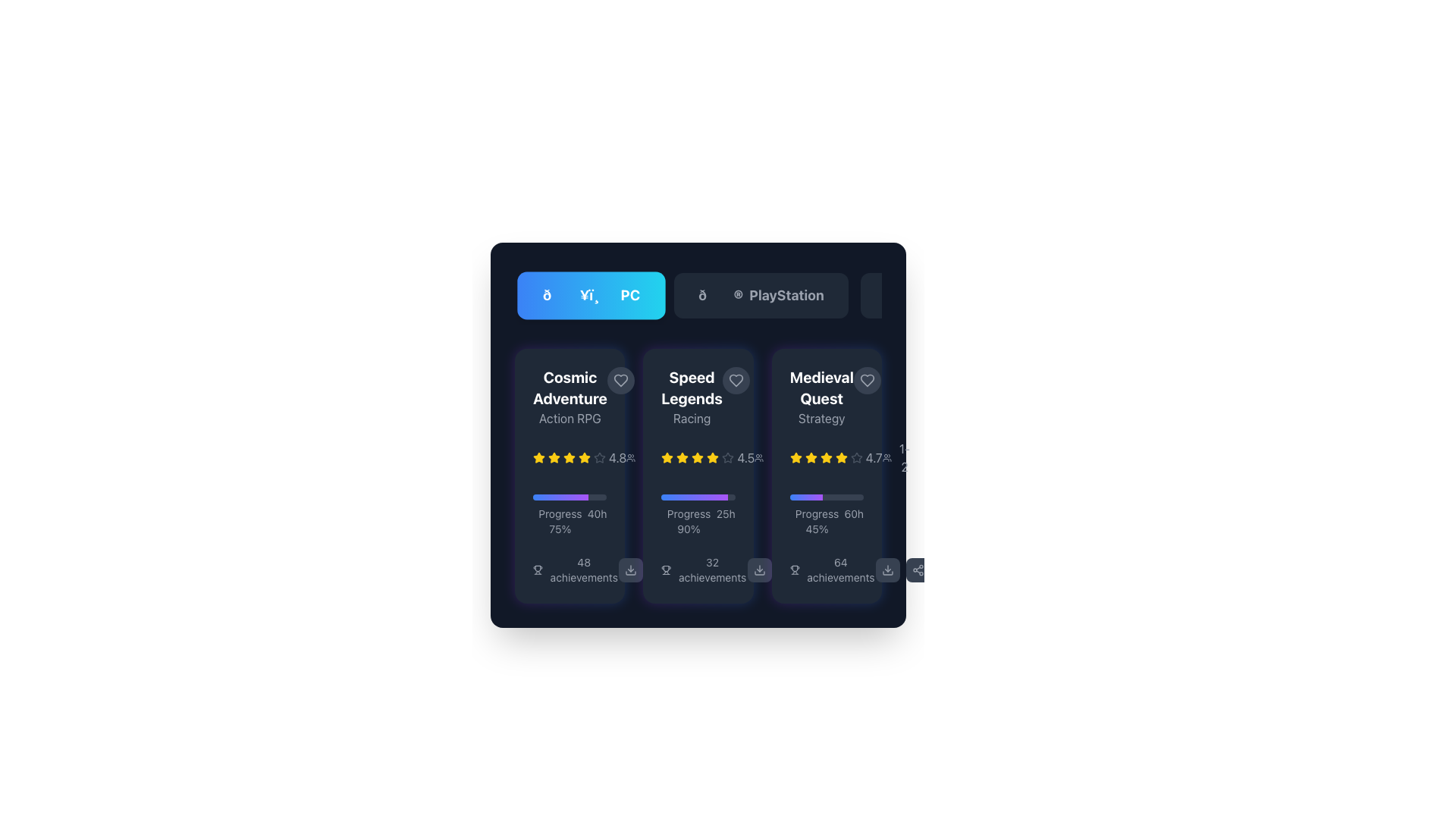 The width and height of the screenshot is (1456, 819). Describe the element at coordinates (599, 457) in the screenshot. I see `the last star icon in the rating system, which represents an inactive or unrated state associated with a rating value of 4.8` at that location.